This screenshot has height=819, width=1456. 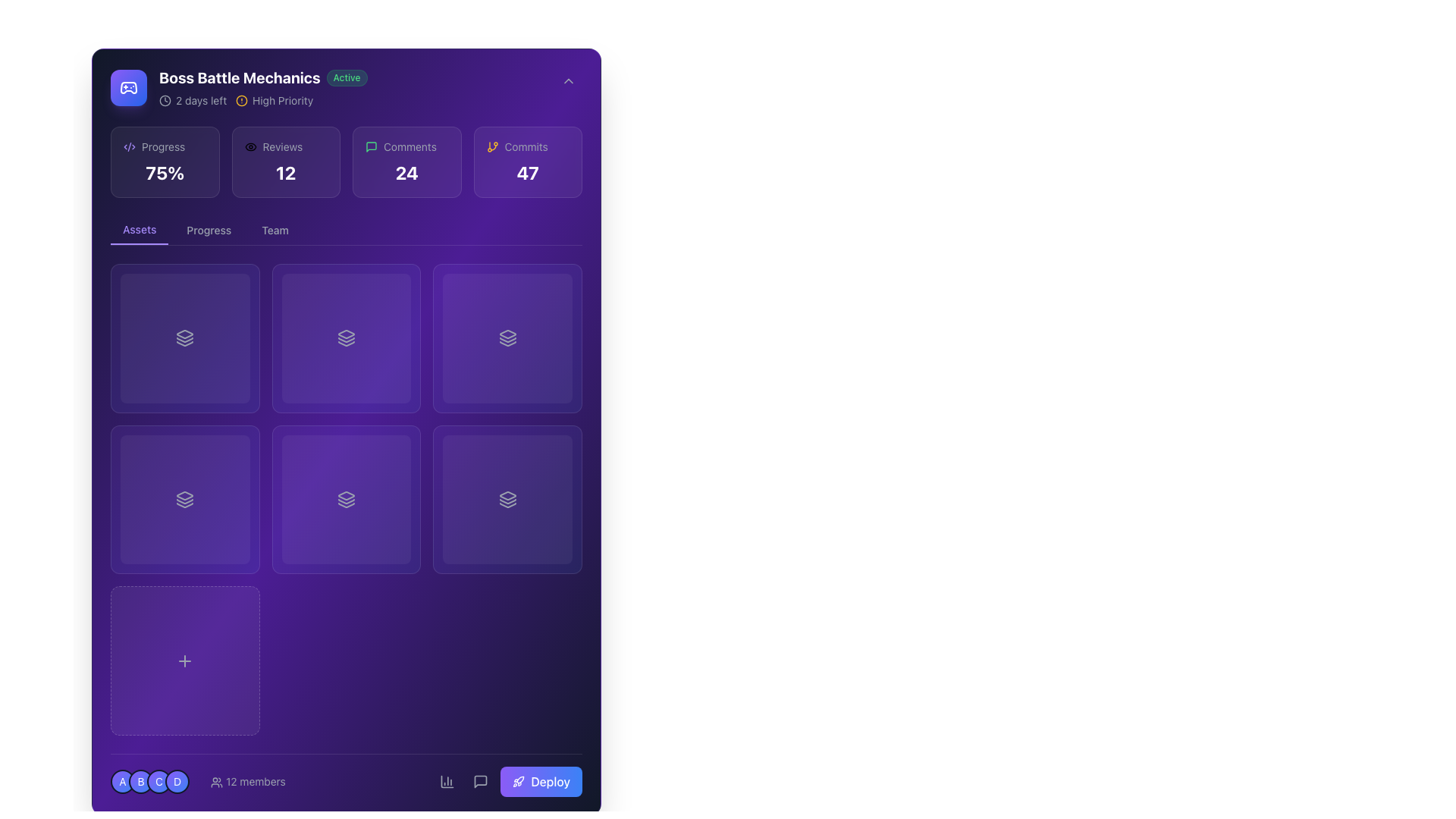 I want to click on displayed number '47' from the Text Display in the central-right portion of the 'Commits' card, so click(x=528, y=171).